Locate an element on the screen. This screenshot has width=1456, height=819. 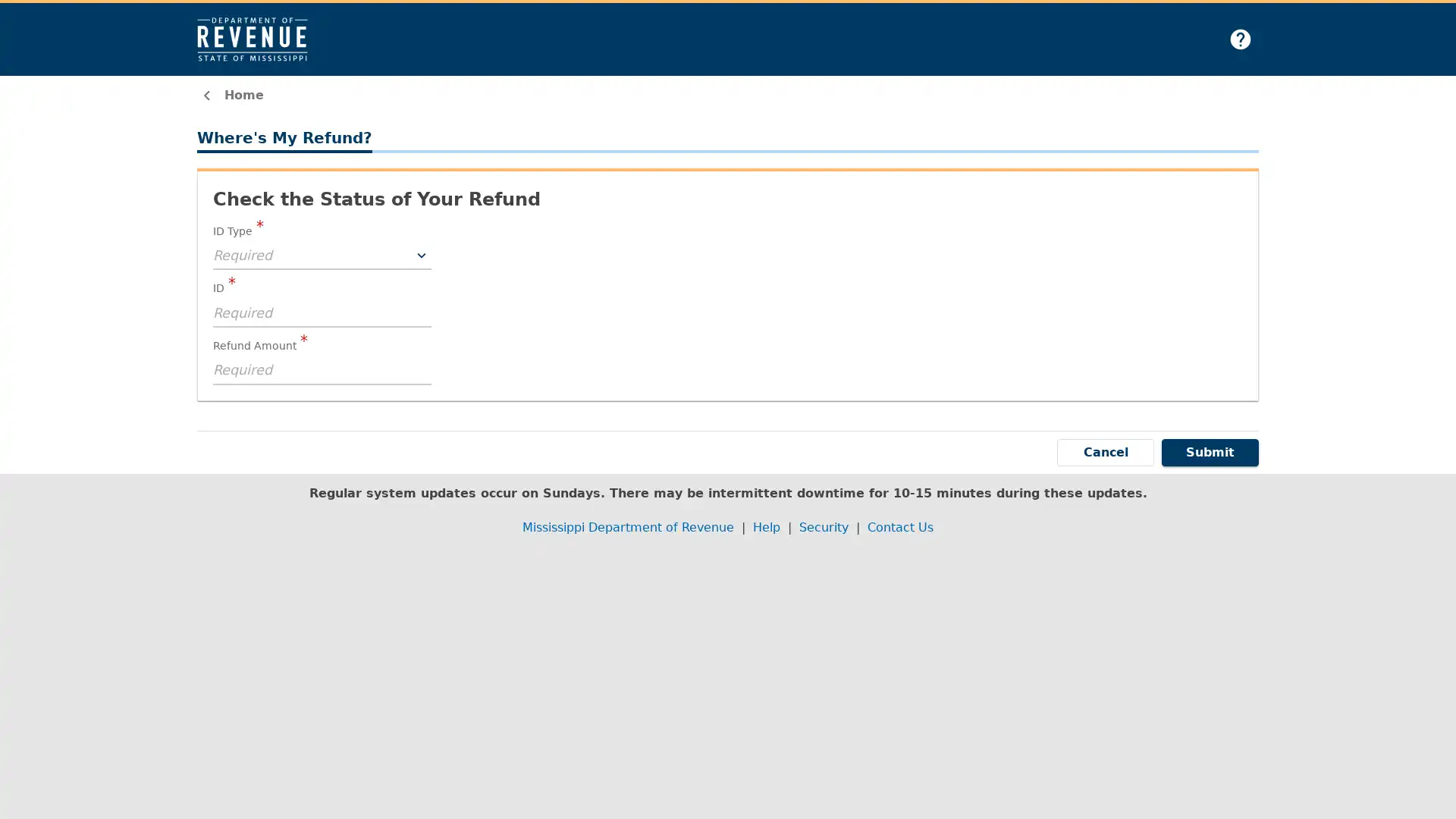
Submit is located at coordinates (1210, 451).